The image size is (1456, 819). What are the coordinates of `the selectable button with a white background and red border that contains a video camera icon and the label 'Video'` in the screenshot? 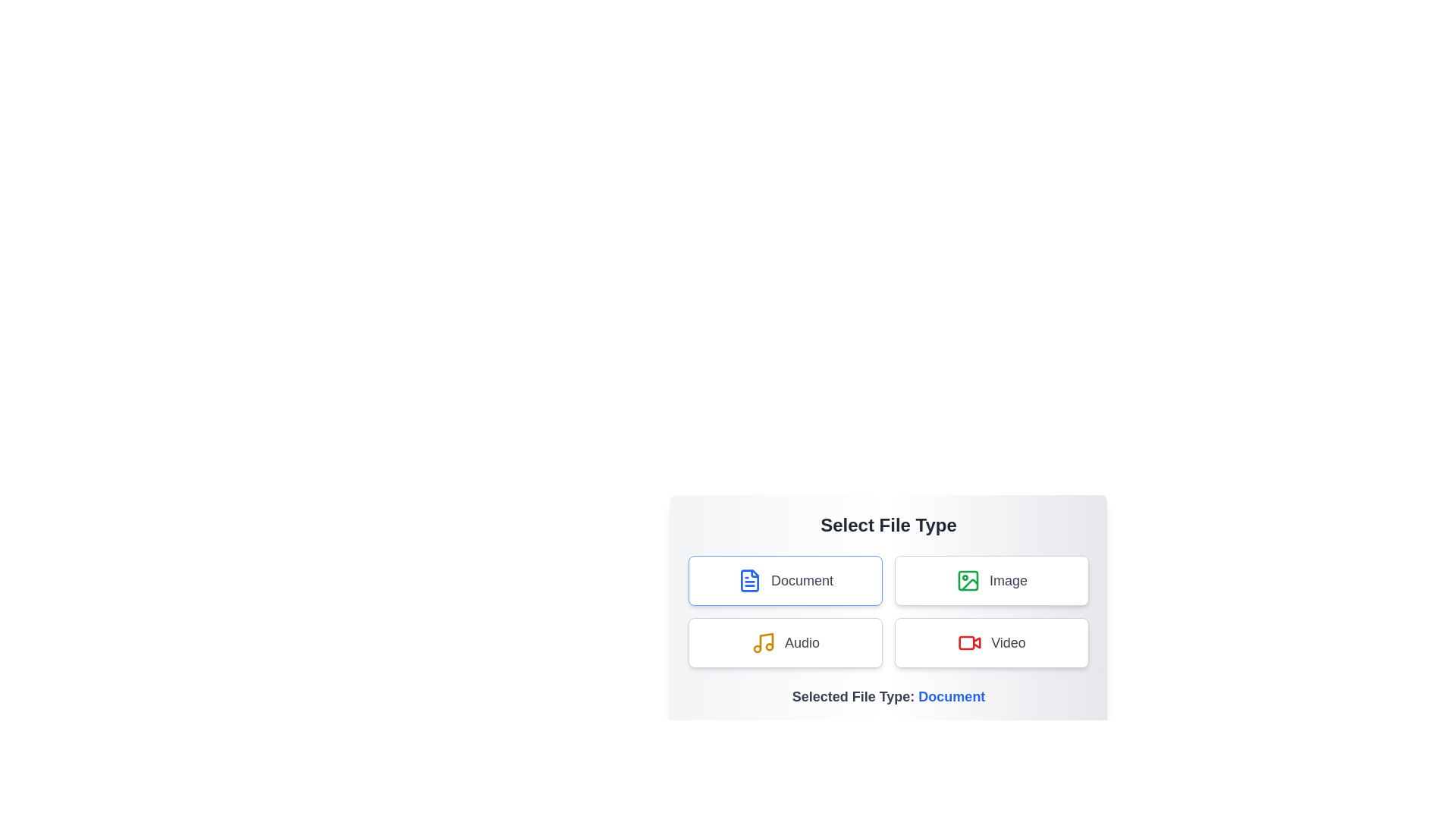 It's located at (992, 643).